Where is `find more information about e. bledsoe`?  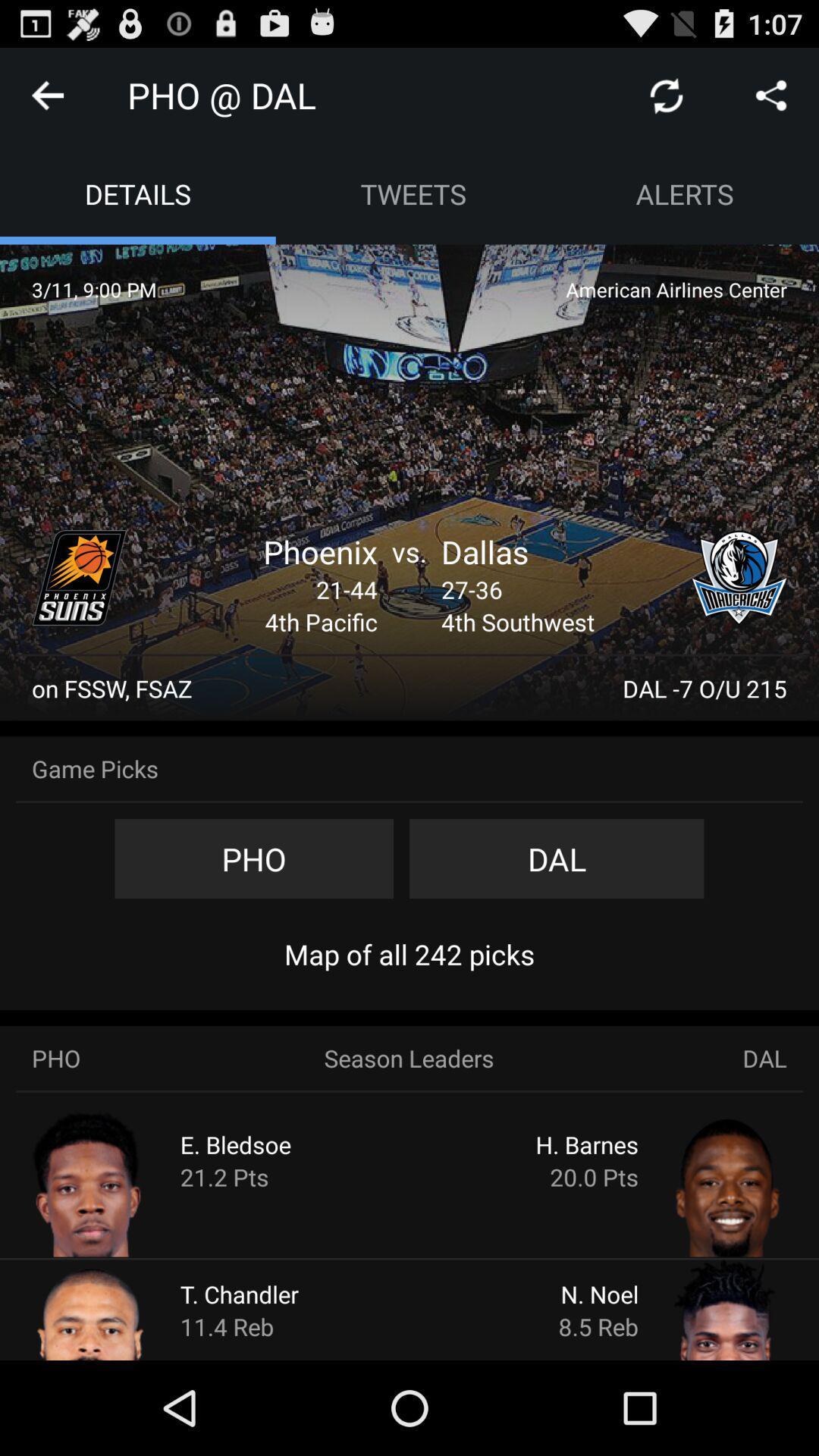
find more information about e. bledsoe is located at coordinates (118, 1182).